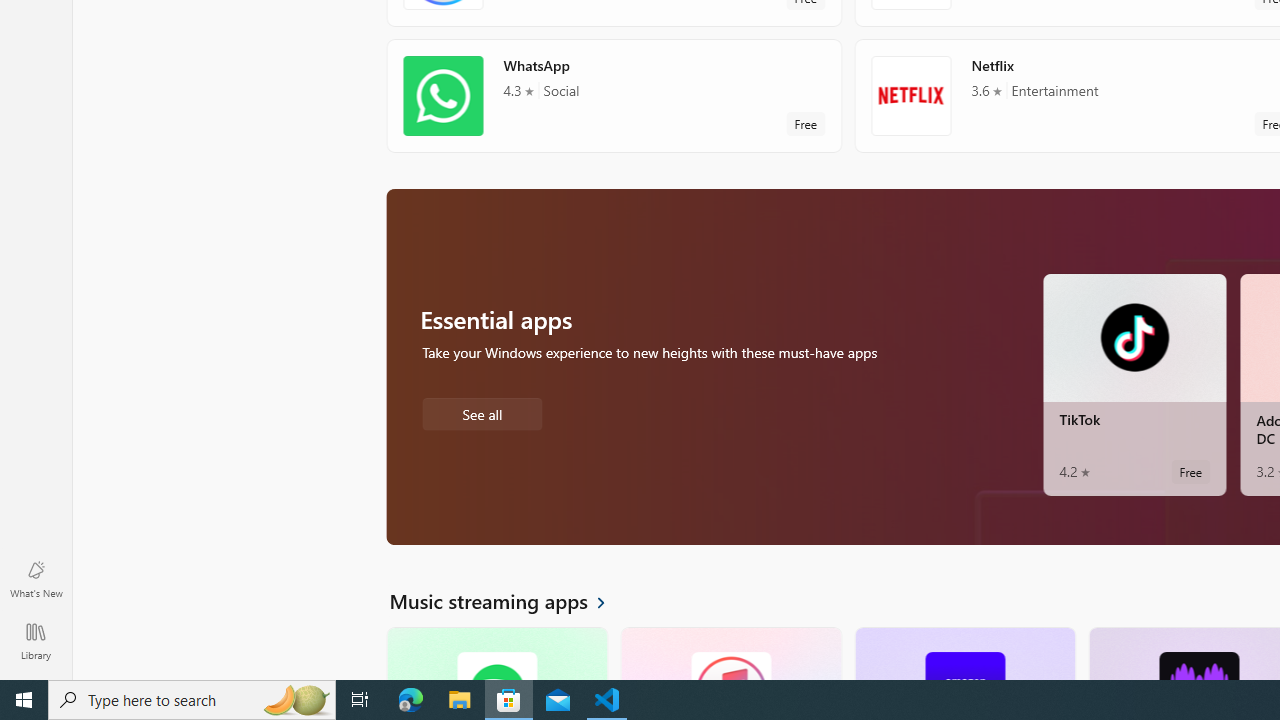  What do you see at coordinates (509, 599) in the screenshot?
I see `'See all  Music streaming apps'` at bounding box center [509, 599].